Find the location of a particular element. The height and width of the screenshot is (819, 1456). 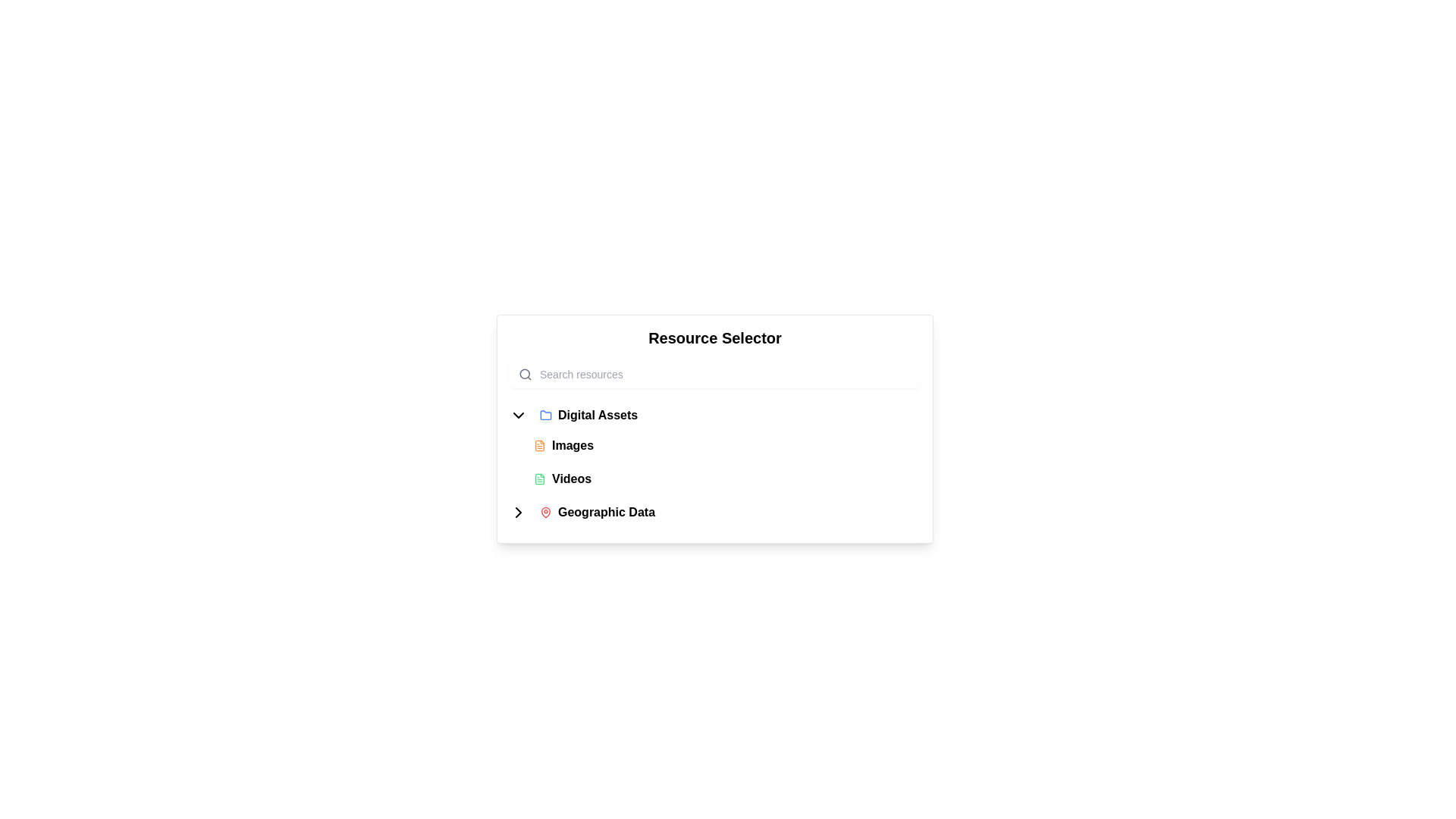

the map pin icon representing 'Geographic Data' in the Resource Selector list is located at coordinates (546, 512).